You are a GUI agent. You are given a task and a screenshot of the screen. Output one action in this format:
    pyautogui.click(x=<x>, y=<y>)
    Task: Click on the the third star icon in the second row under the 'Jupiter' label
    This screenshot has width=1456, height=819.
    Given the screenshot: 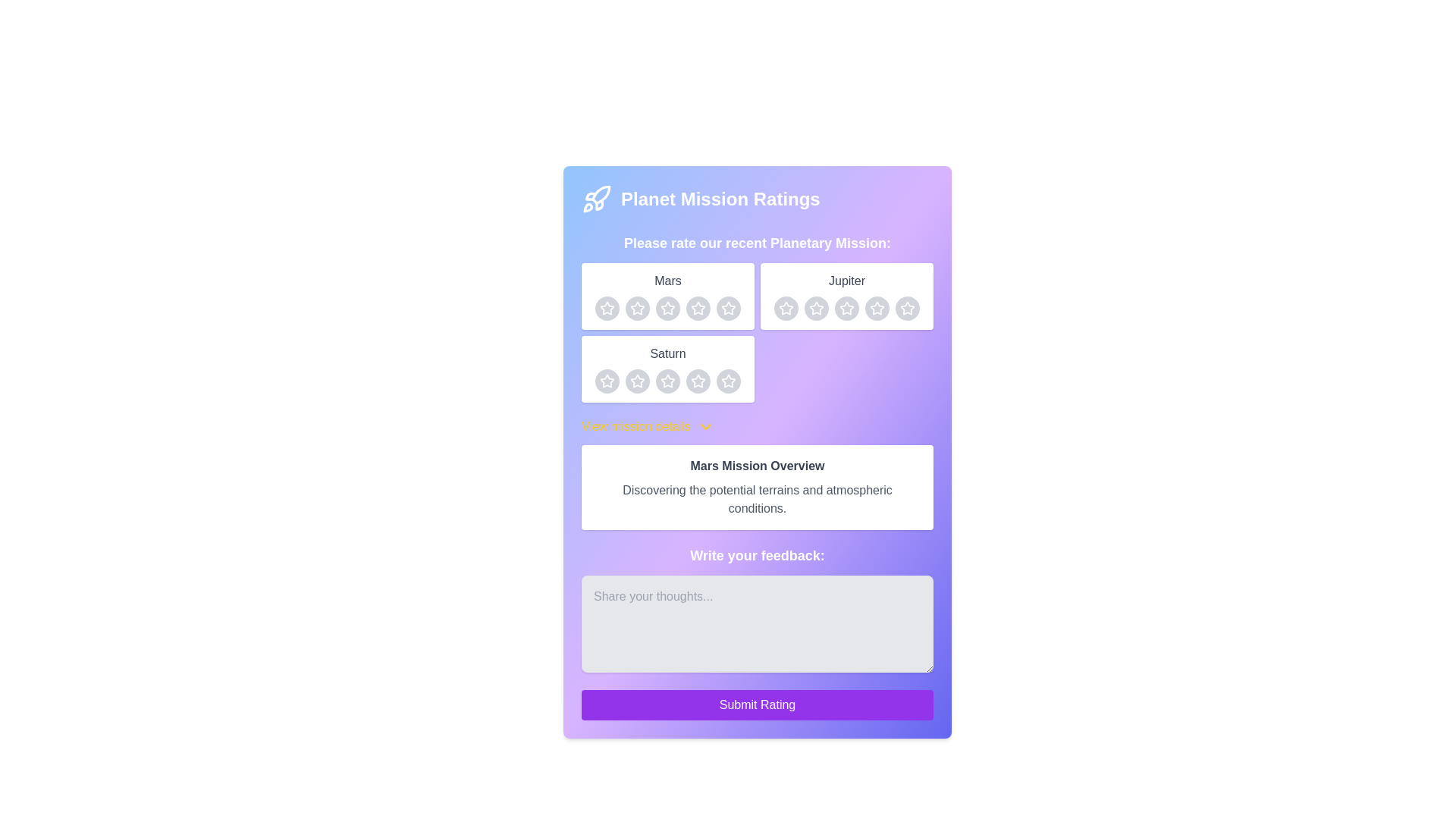 What is the action you would take?
    pyautogui.click(x=815, y=308)
    